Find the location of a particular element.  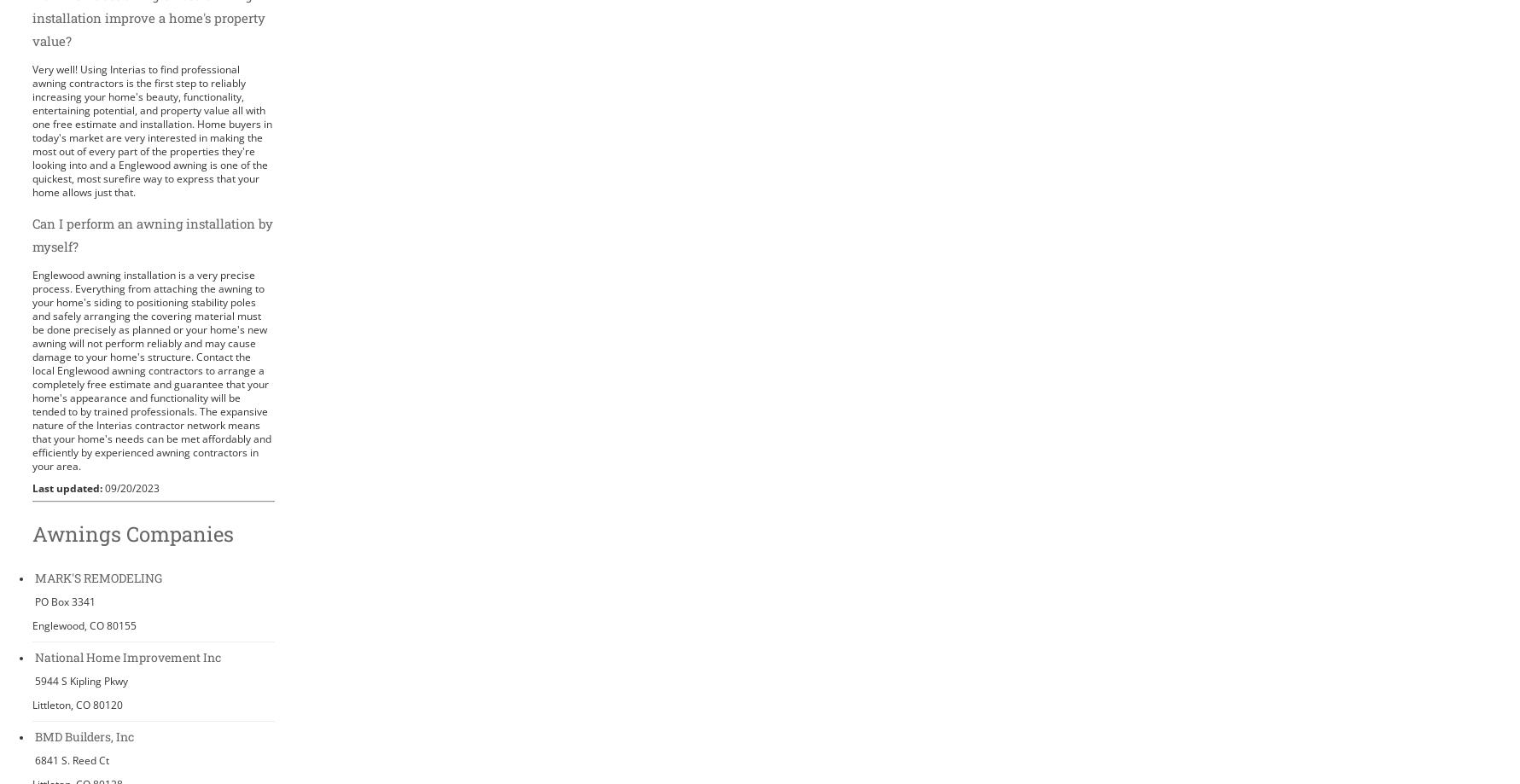

'MARK'S REMODELING' is located at coordinates (34, 576).